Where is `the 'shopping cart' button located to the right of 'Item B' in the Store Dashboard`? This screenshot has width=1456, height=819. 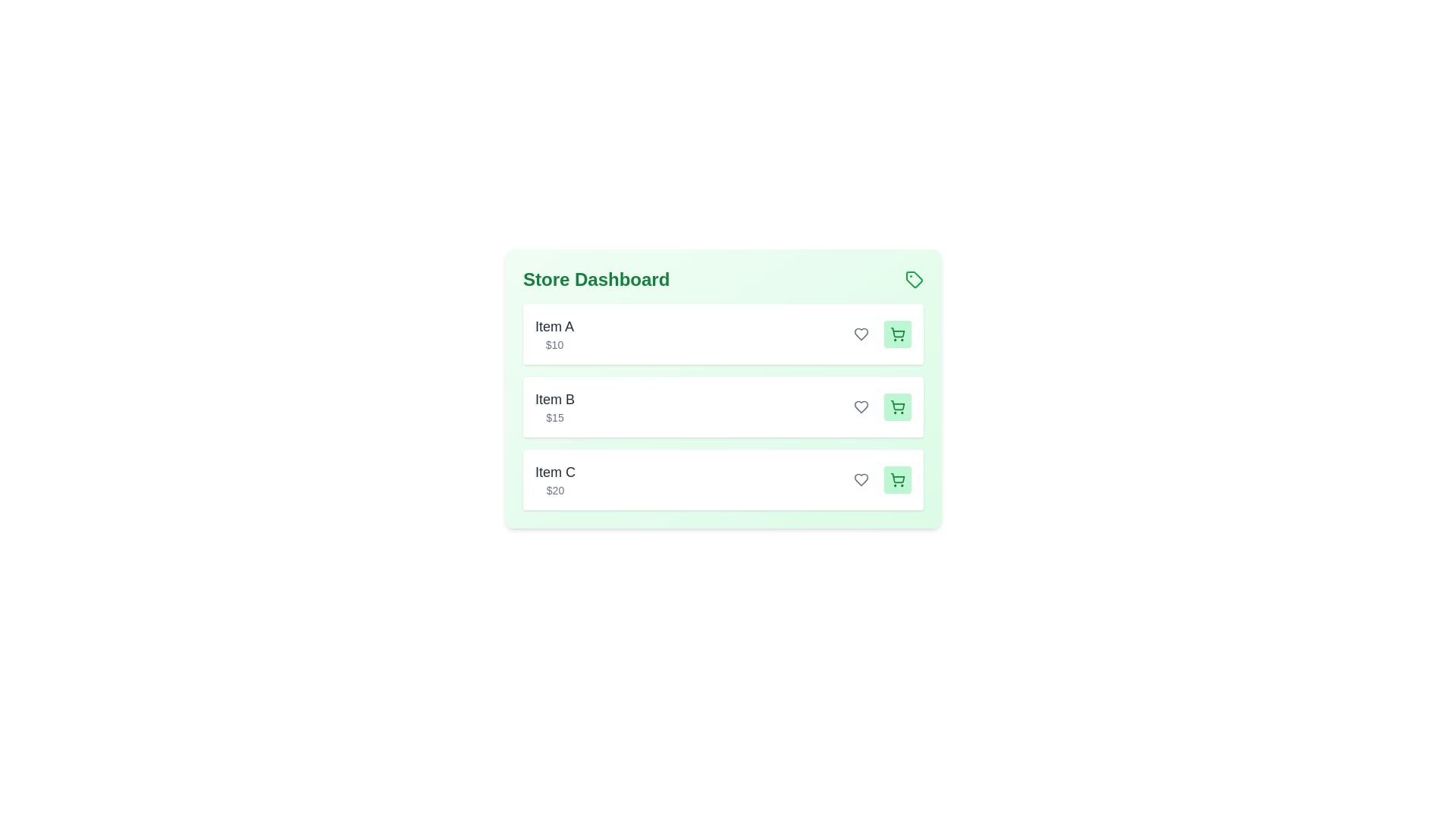 the 'shopping cart' button located to the right of 'Item B' in the Store Dashboard is located at coordinates (898, 406).